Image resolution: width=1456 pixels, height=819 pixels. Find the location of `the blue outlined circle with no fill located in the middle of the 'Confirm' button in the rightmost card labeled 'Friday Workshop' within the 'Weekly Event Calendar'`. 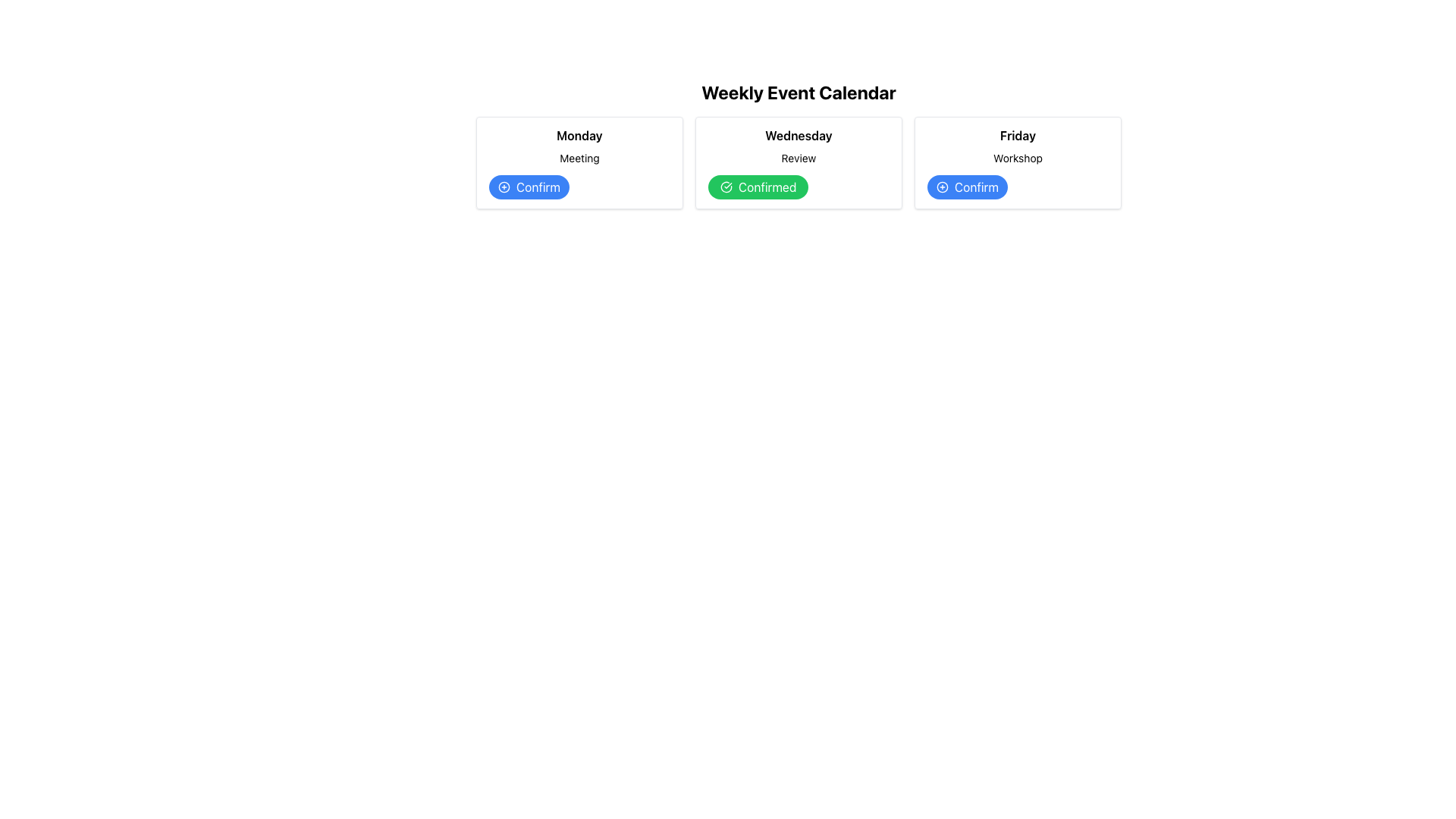

the blue outlined circle with no fill located in the middle of the 'Confirm' button in the rightmost card labeled 'Friday Workshop' within the 'Weekly Event Calendar' is located at coordinates (942, 186).